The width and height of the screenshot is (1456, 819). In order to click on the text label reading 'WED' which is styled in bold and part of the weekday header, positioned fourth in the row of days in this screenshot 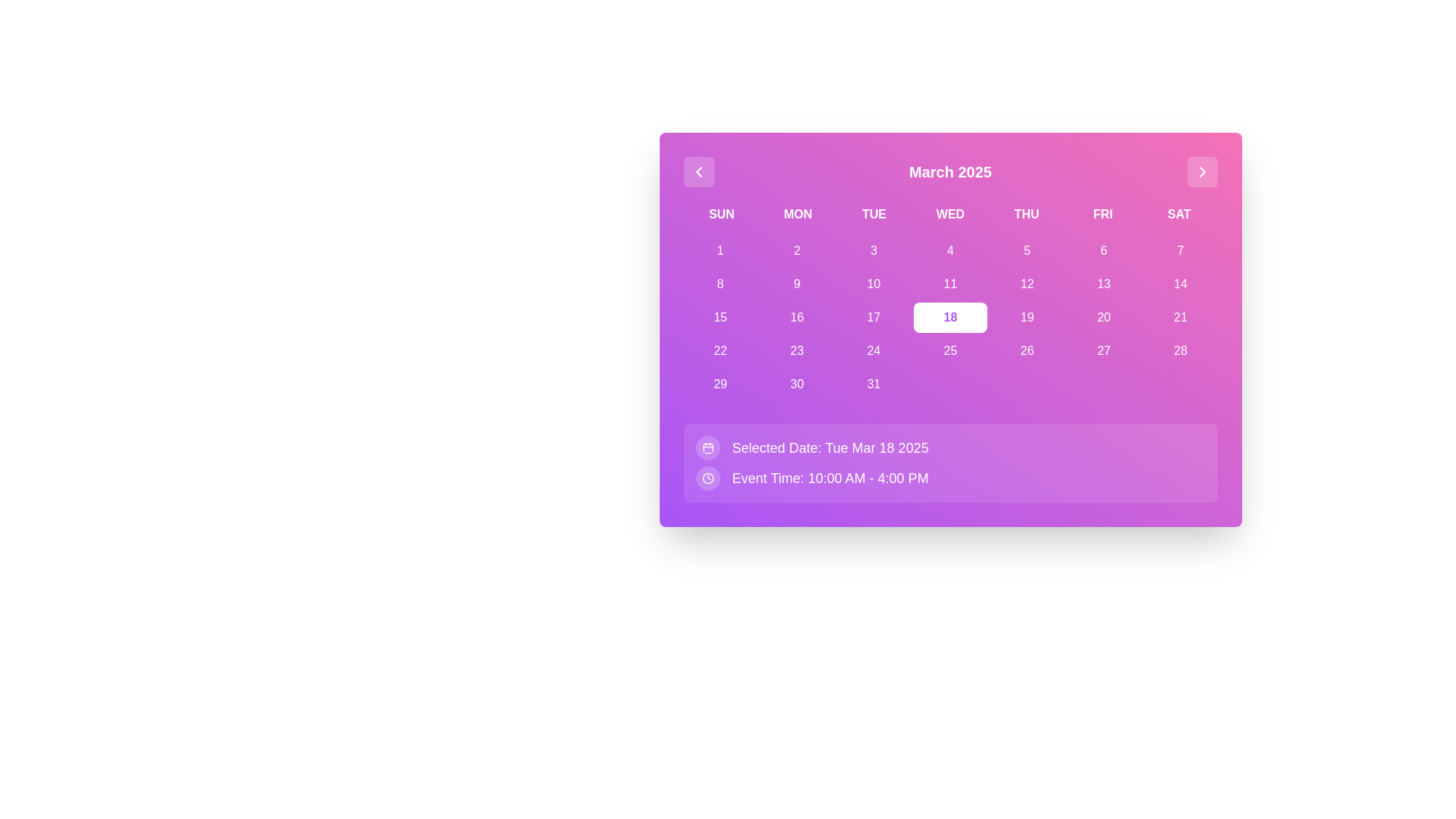, I will do `click(949, 214)`.